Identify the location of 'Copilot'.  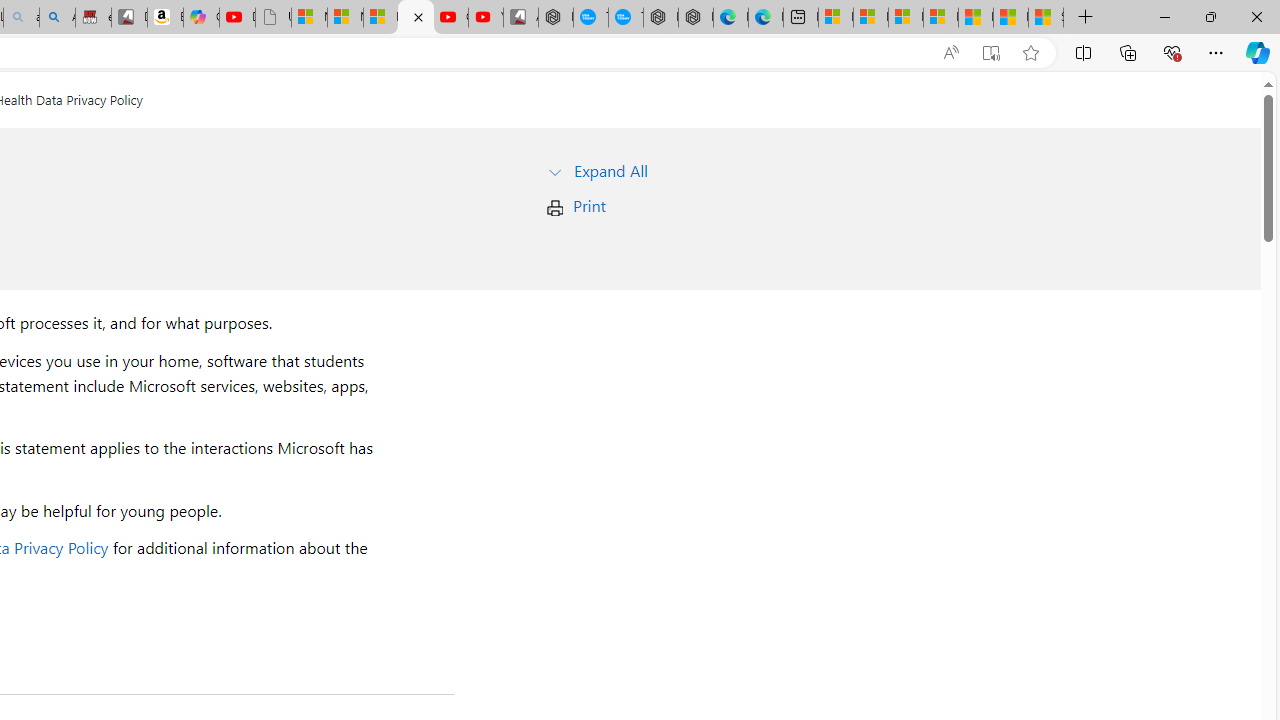
(201, 17).